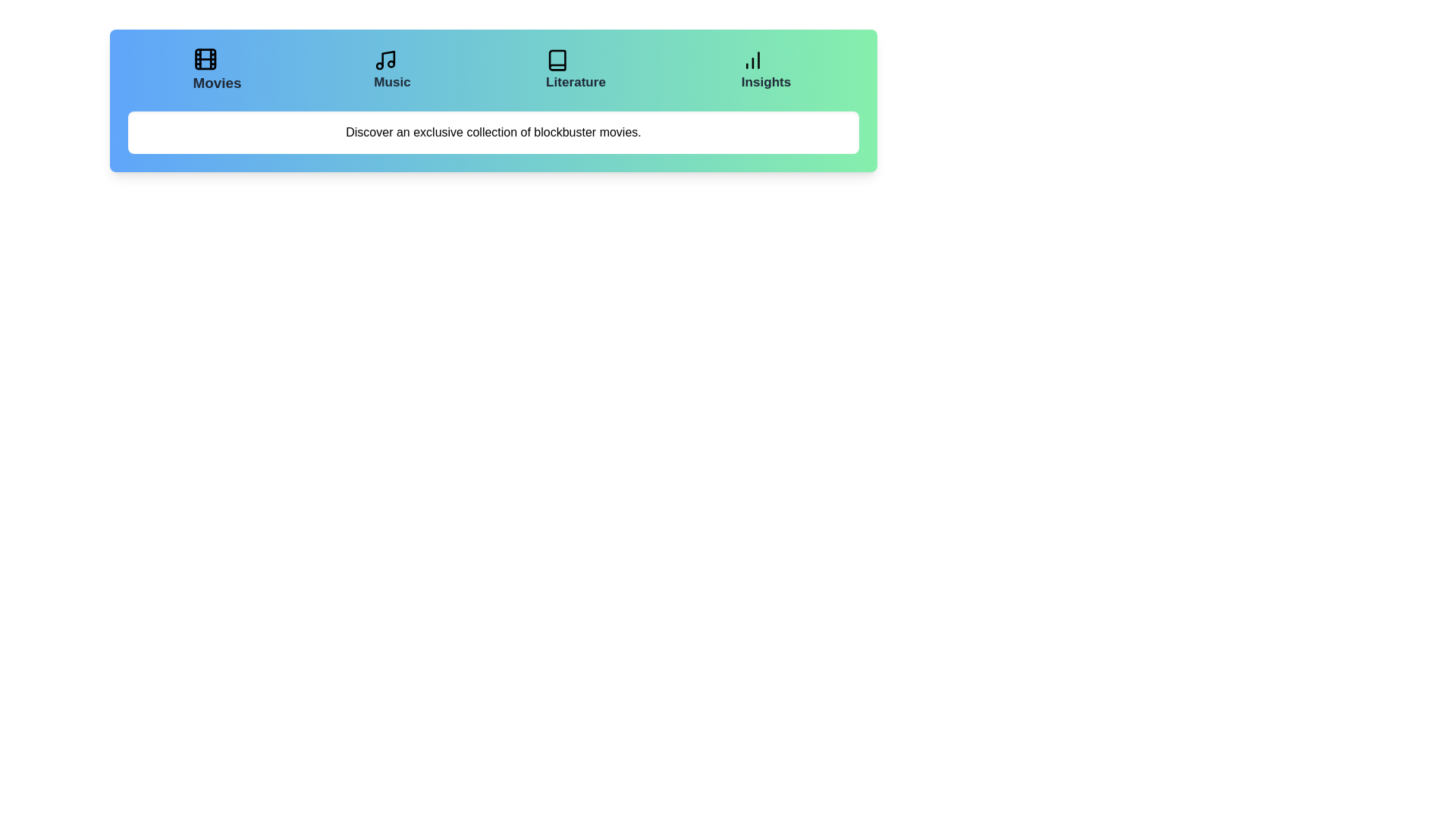  I want to click on the tab labeled Music, so click(393, 70).